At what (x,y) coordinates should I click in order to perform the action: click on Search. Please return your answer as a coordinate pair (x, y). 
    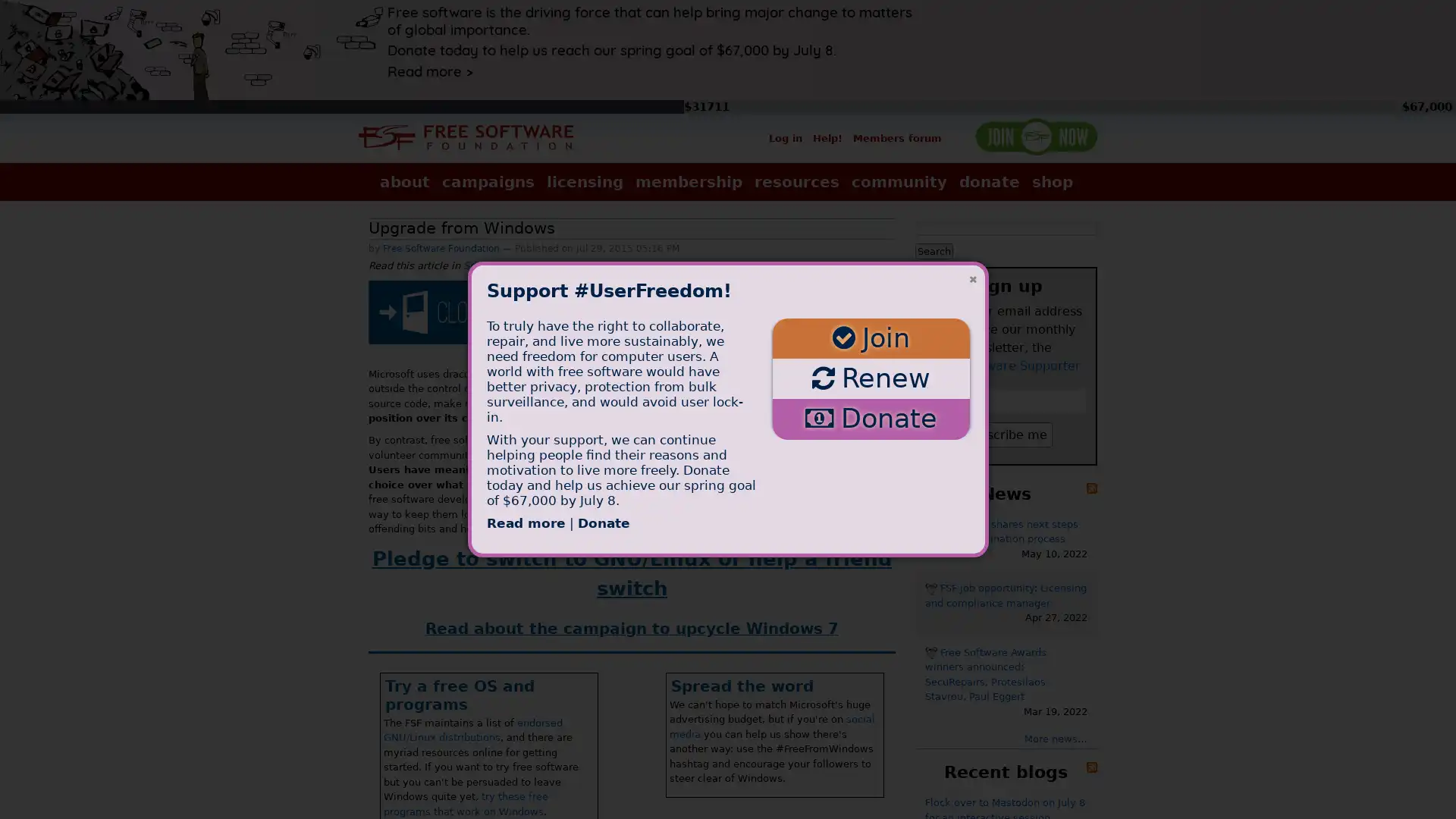
    Looking at the image, I should click on (934, 249).